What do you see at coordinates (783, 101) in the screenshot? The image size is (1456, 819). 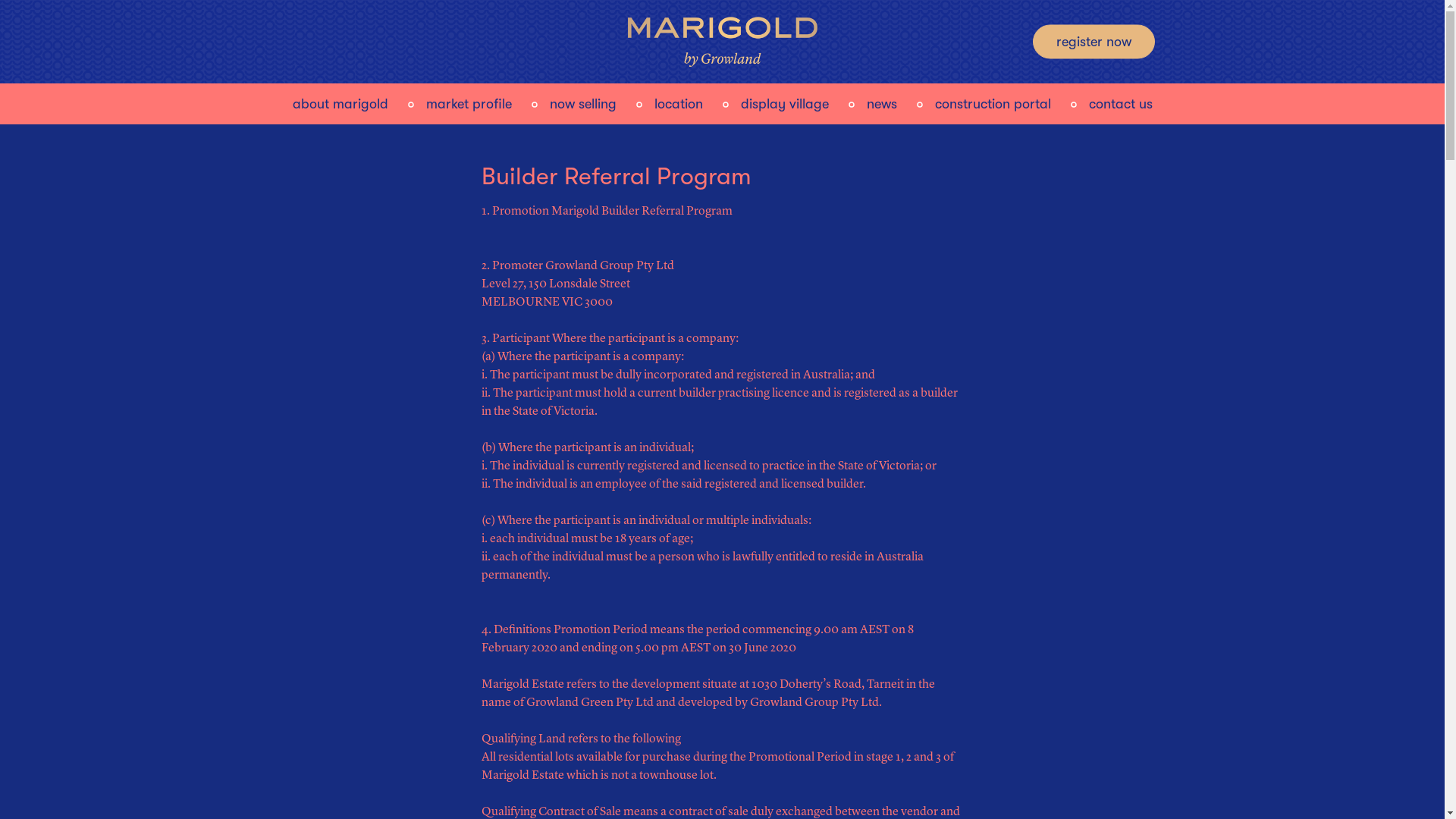 I see `'display village'` at bounding box center [783, 101].